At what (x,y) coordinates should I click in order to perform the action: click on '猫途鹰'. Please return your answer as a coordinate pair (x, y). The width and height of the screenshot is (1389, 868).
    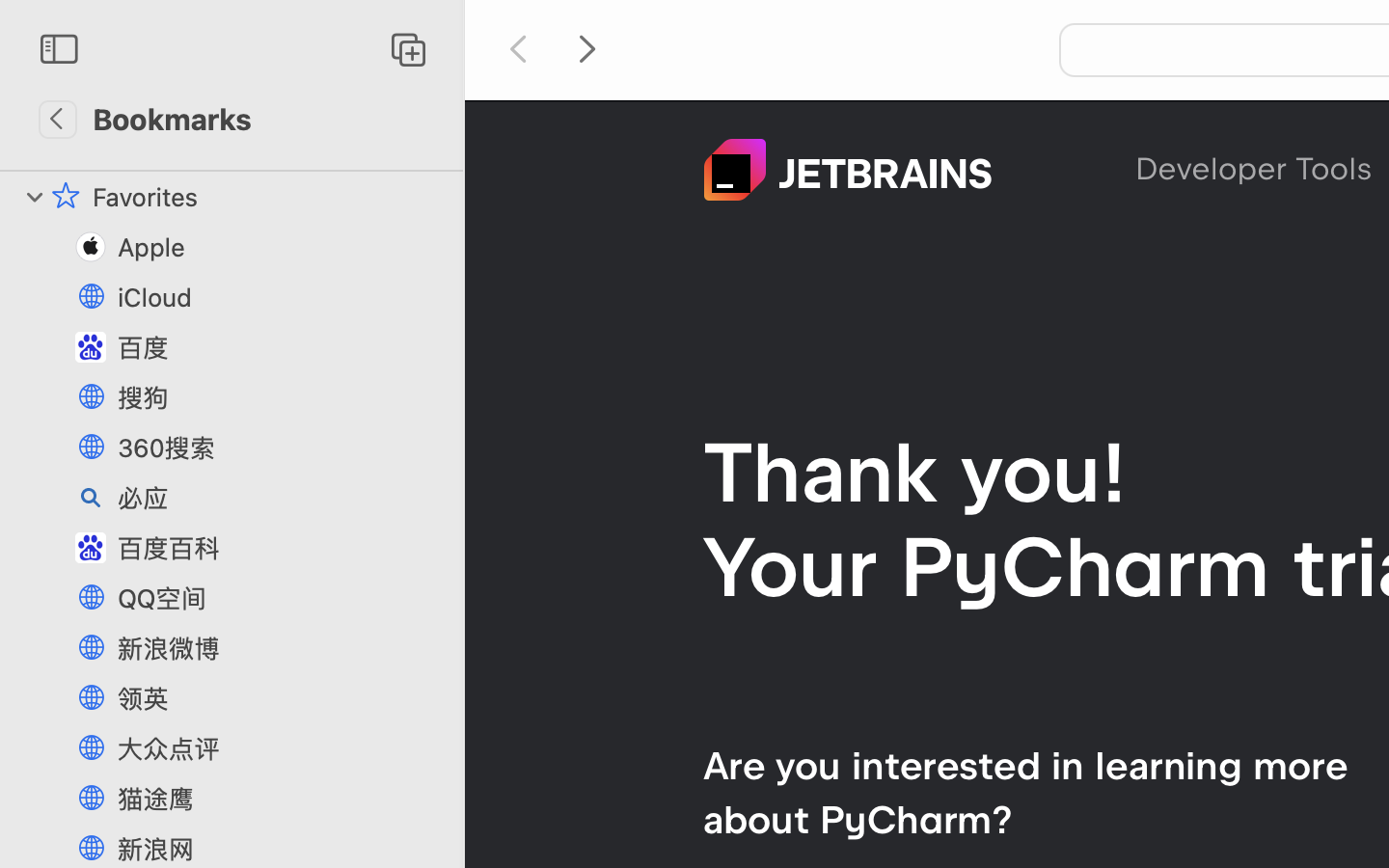
    Looking at the image, I should click on (280, 799).